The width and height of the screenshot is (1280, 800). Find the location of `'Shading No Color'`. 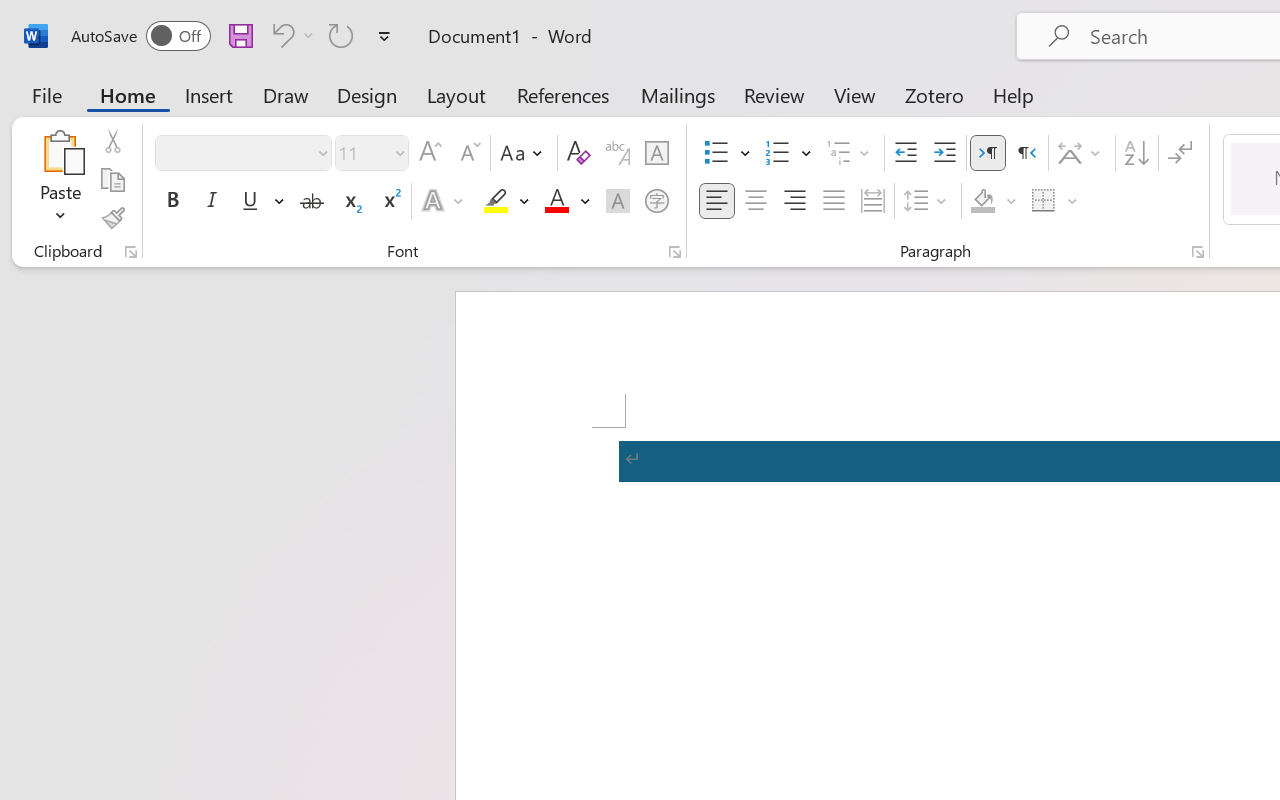

'Shading No Color' is located at coordinates (983, 201).